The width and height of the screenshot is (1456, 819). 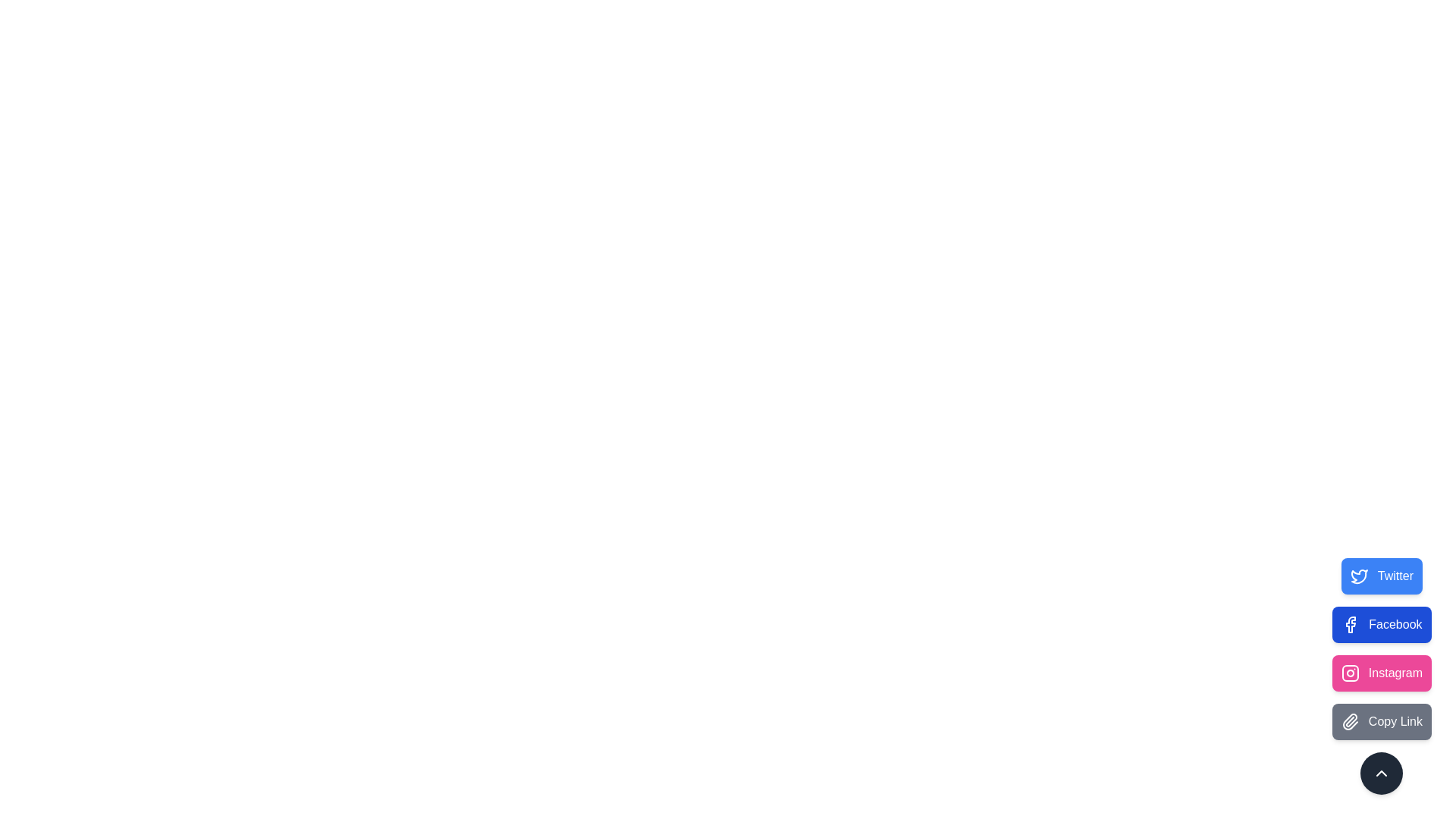 What do you see at coordinates (1382, 576) in the screenshot?
I see `the Twitter button to observe visual feedback` at bounding box center [1382, 576].